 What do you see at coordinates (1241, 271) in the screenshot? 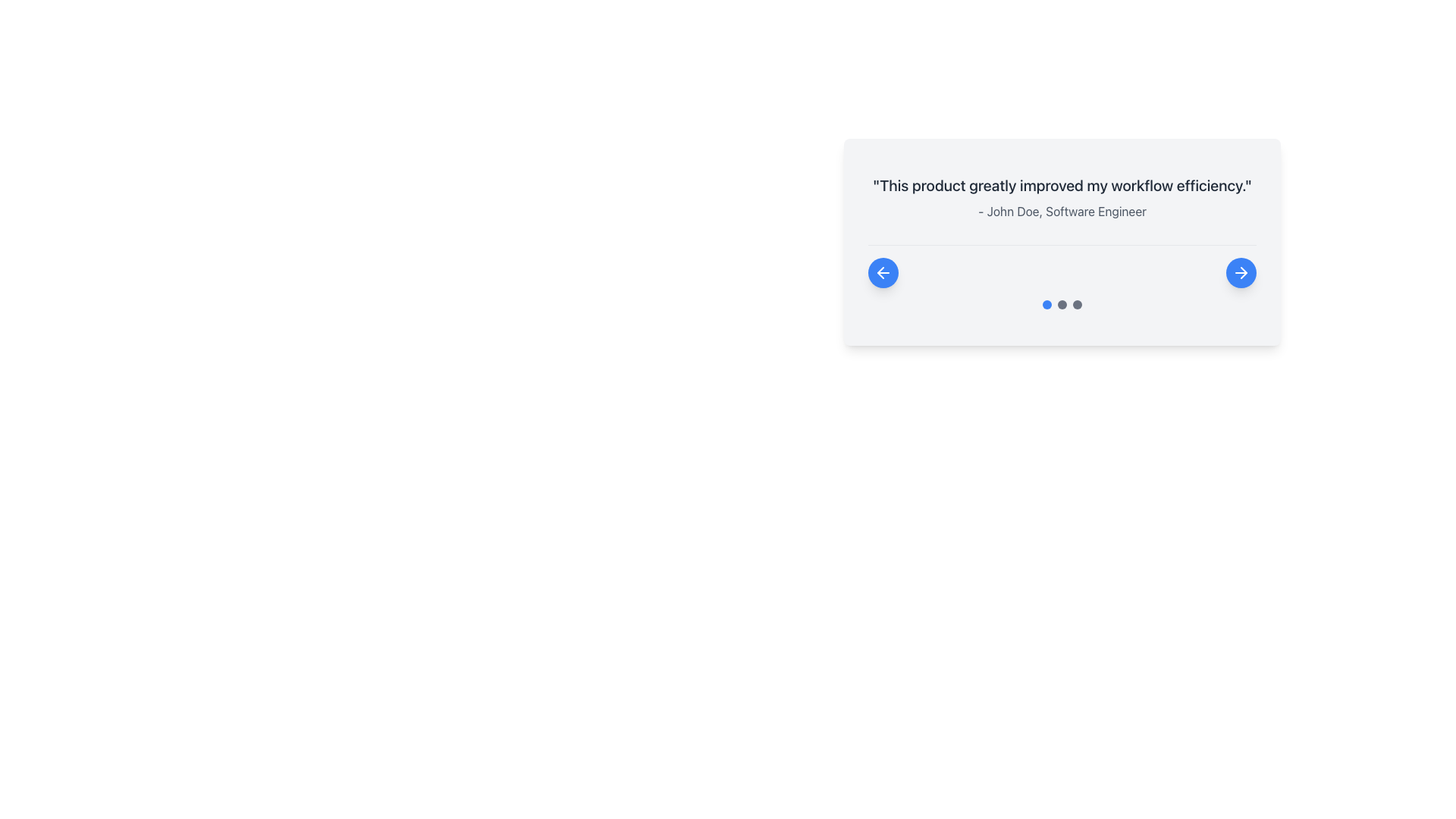
I see `the right-arrow icon button with a blue circular background` at bounding box center [1241, 271].